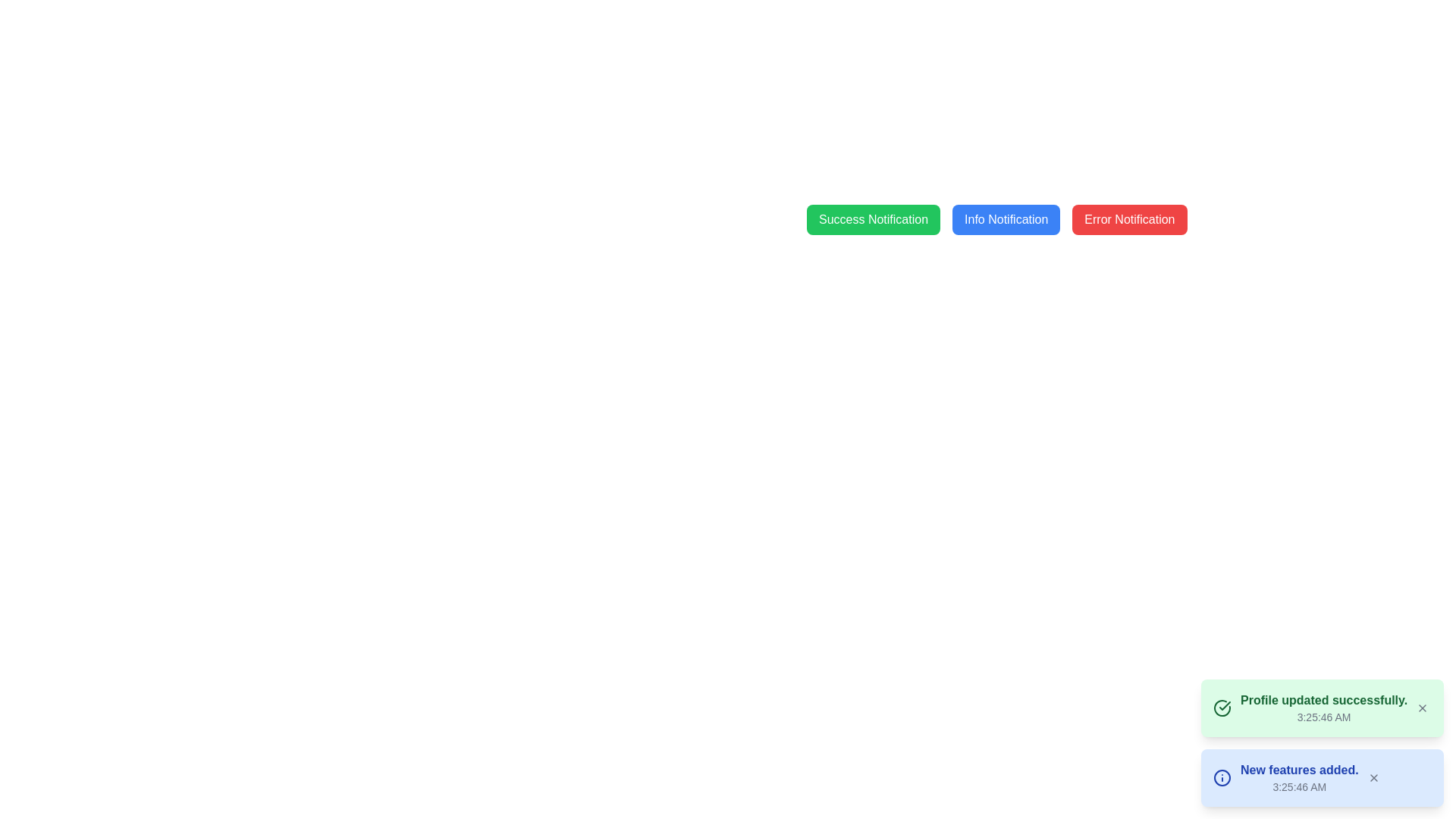 This screenshot has width=1456, height=819. I want to click on the circular icon featuring a checkmark symbol inside, which is located within the green notification box that reads 'Profile updated successfully.', so click(1222, 708).